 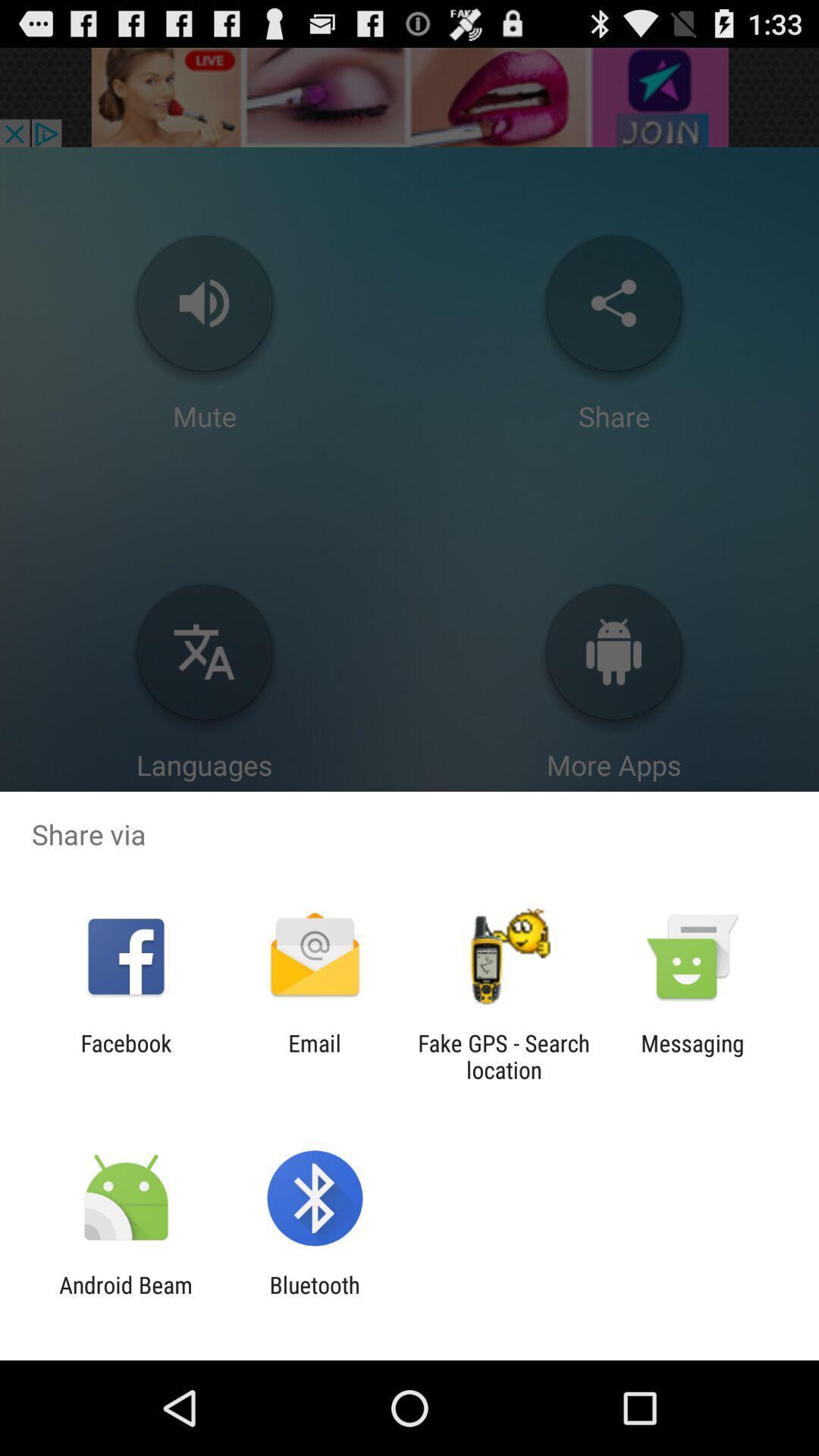 I want to click on icon to the left of email app, so click(x=125, y=1056).